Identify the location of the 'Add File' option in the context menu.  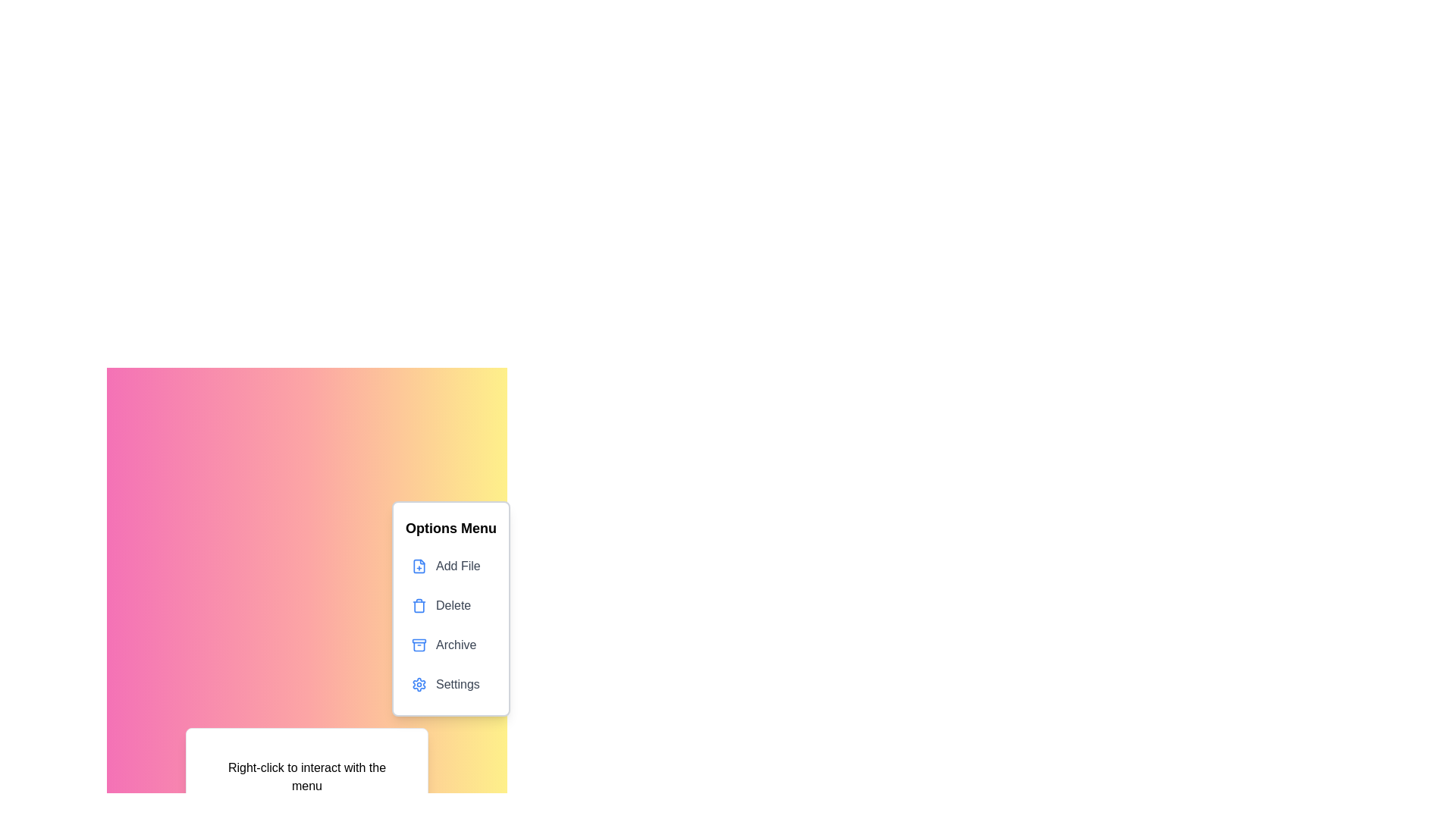
(450, 566).